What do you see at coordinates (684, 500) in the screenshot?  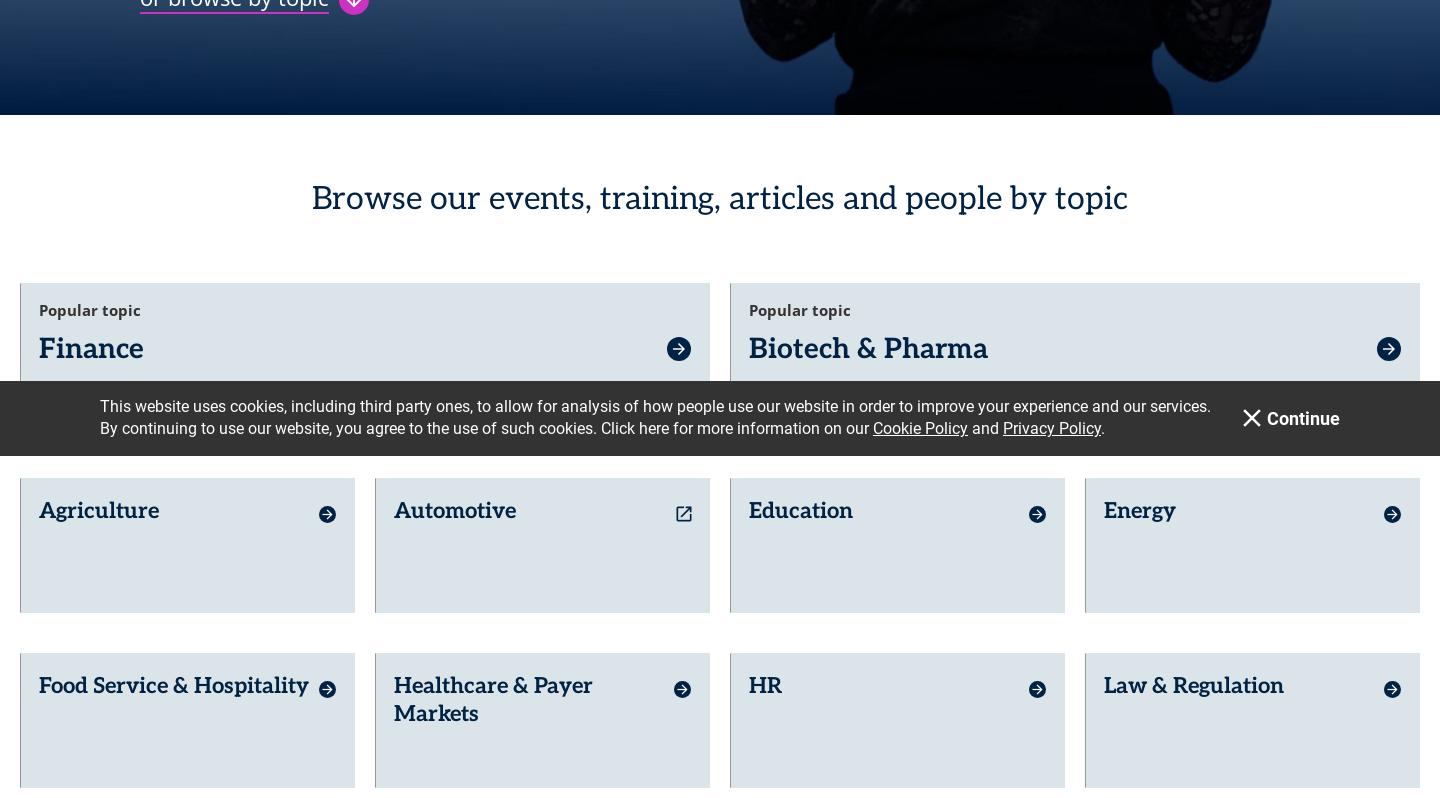 I see `'launch'` at bounding box center [684, 500].